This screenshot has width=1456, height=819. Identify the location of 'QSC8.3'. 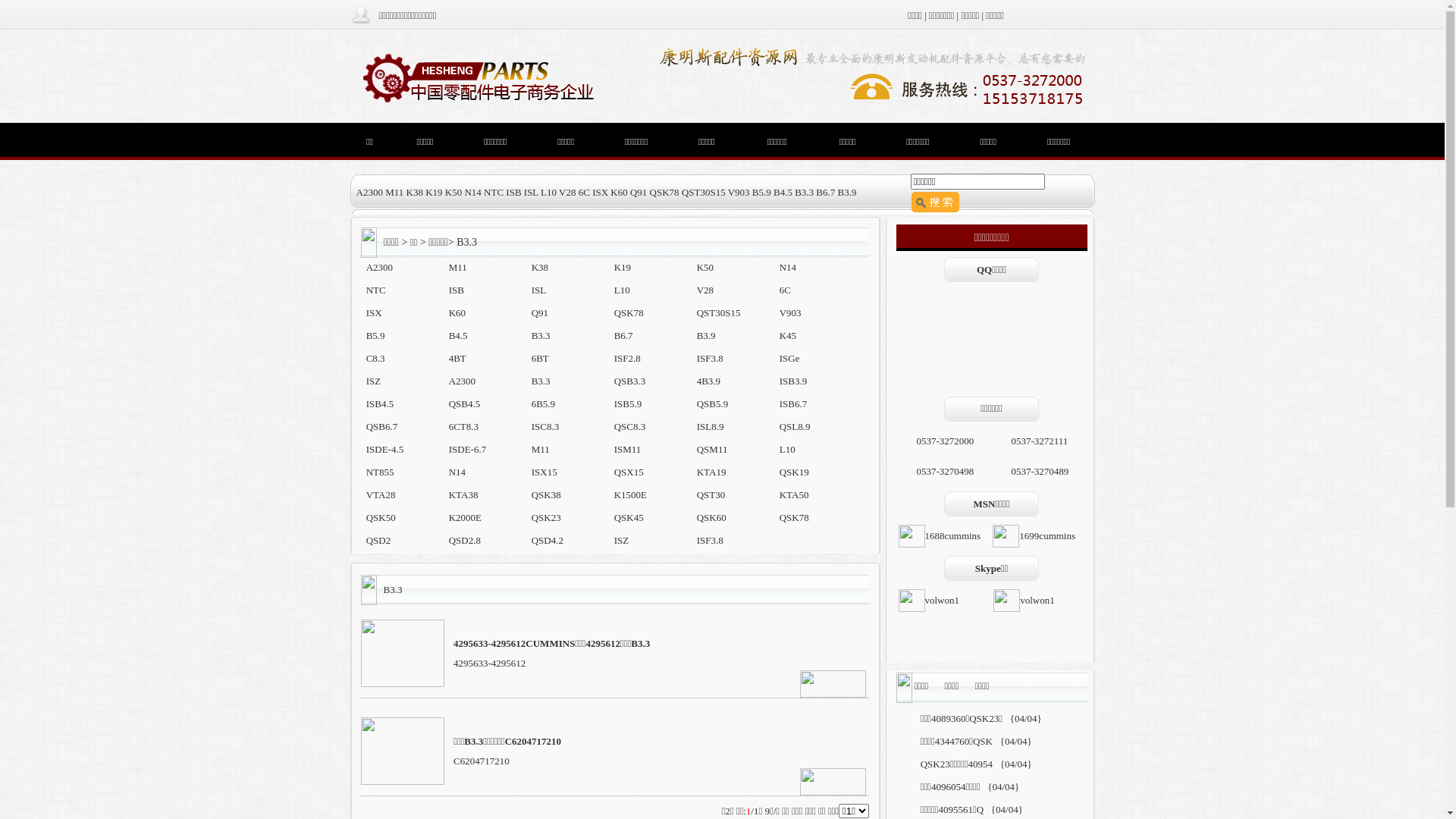
(629, 426).